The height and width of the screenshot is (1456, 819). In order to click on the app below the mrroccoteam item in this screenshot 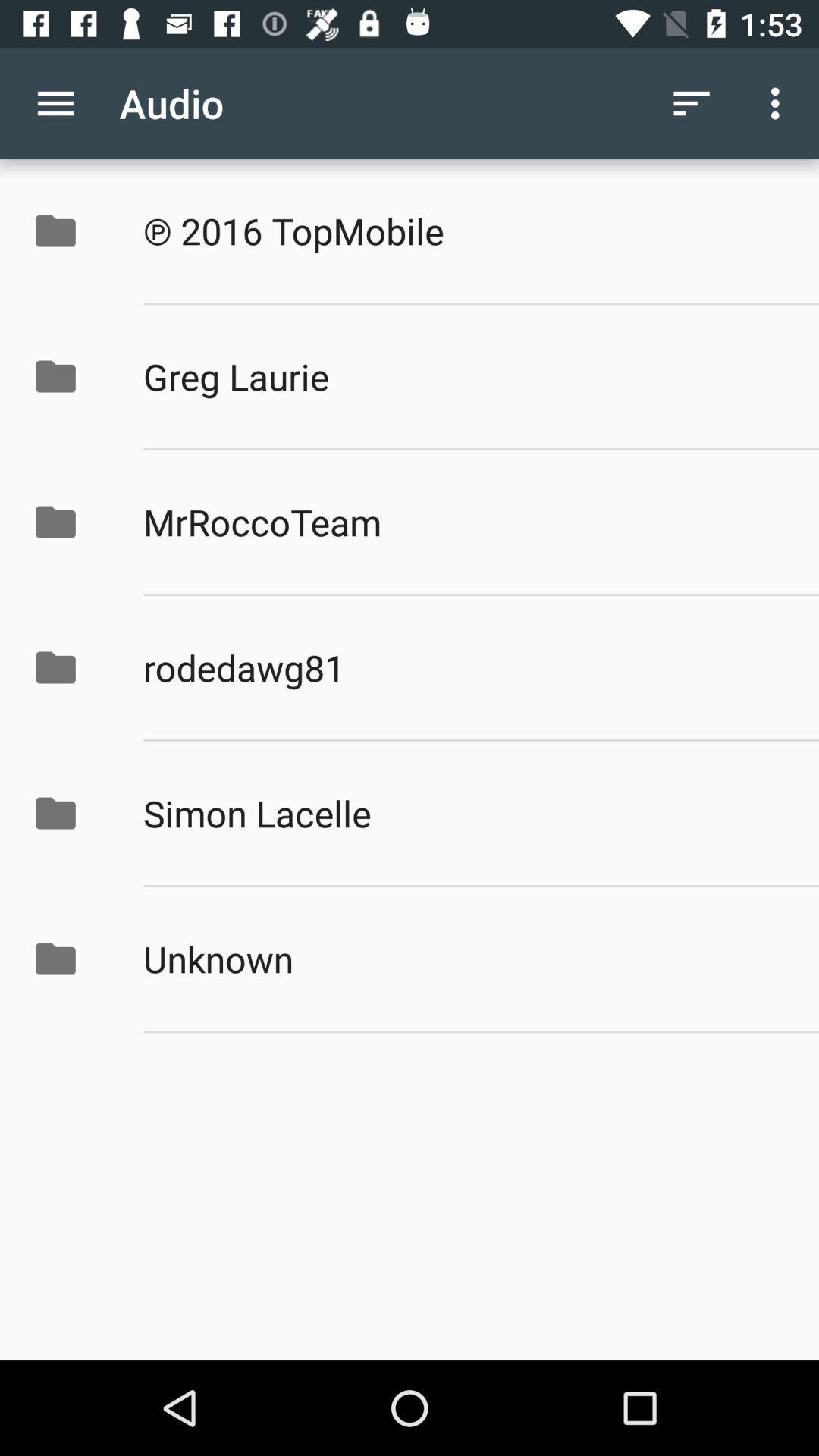, I will do `click(464, 667)`.